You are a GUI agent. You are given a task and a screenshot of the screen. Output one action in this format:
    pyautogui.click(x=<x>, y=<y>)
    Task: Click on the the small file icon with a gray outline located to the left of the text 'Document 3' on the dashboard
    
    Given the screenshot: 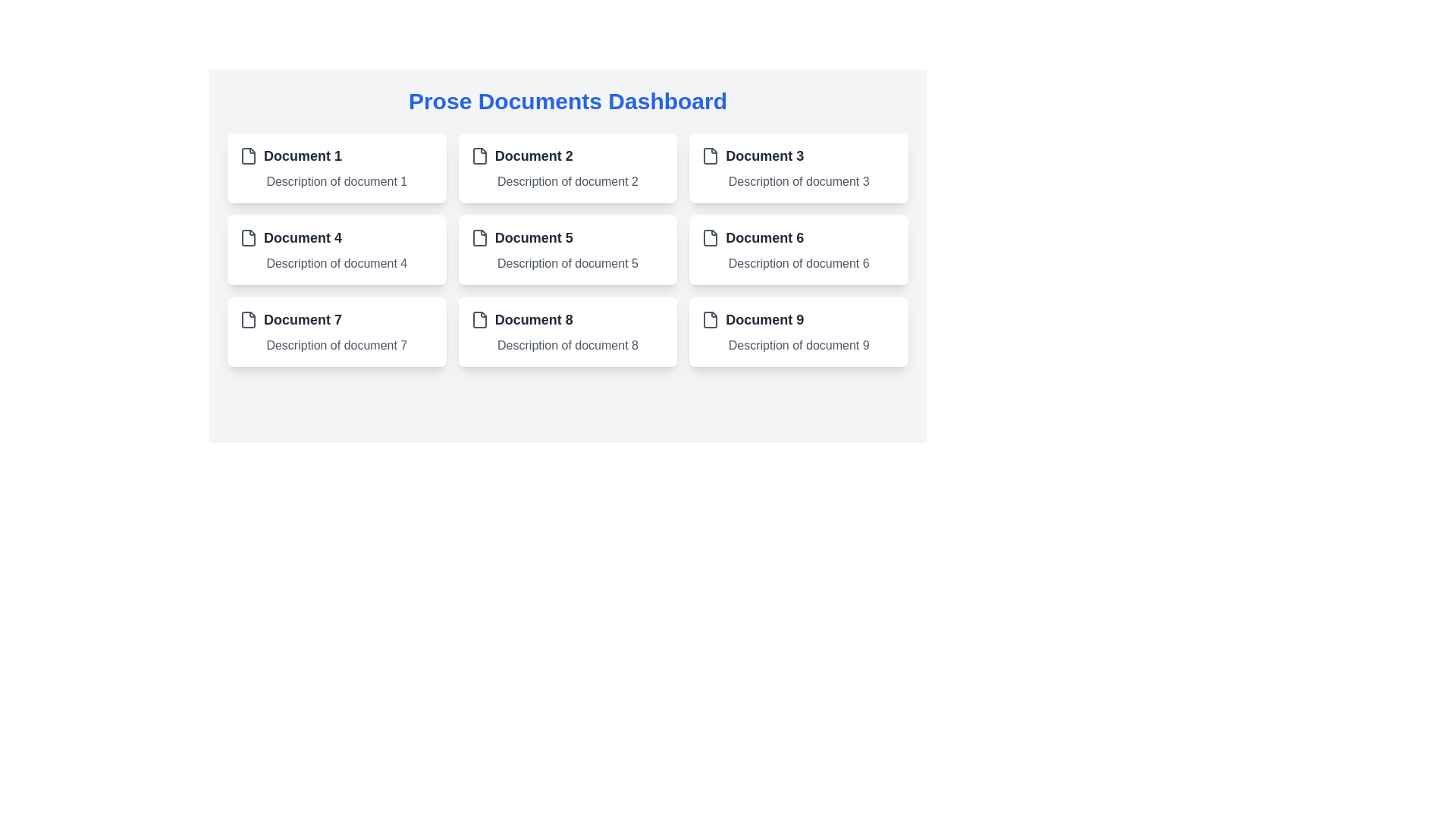 What is the action you would take?
    pyautogui.click(x=710, y=155)
    